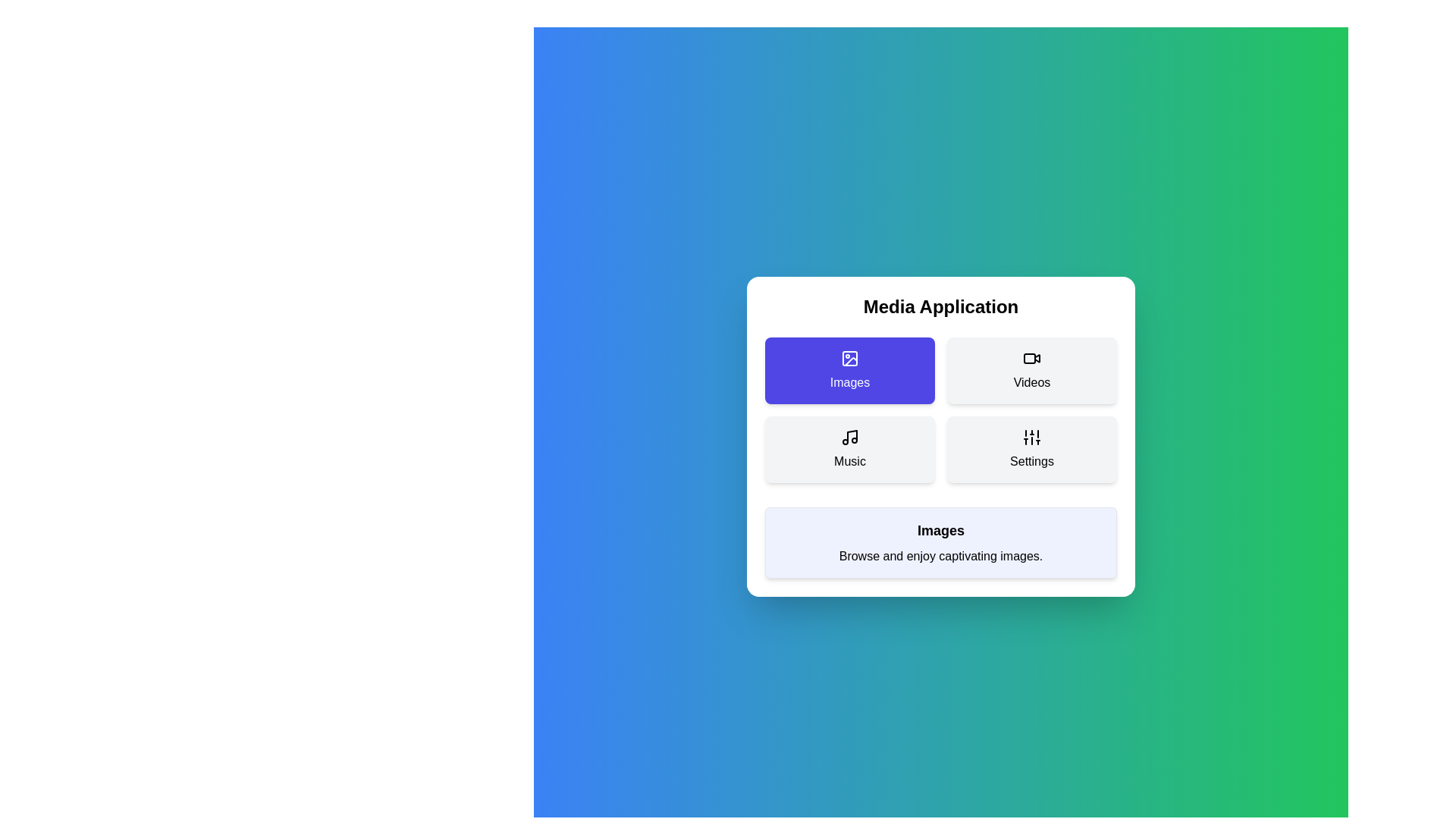  Describe the element at coordinates (850, 449) in the screenshot. I see `the menu item Music to see its hover effect` at that location.